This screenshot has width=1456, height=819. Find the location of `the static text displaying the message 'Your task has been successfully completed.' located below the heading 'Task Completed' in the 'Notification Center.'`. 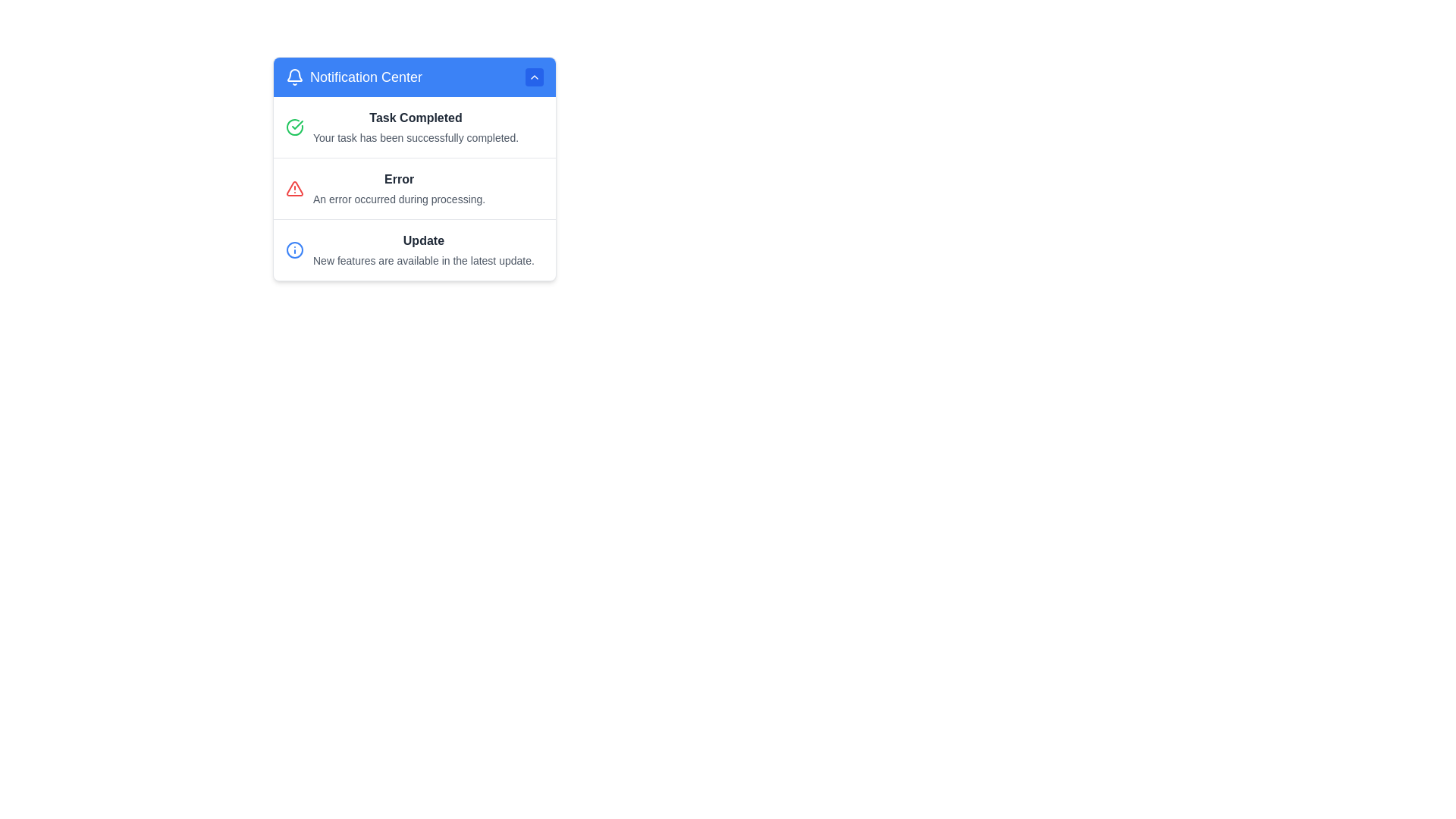

the static text displaying the message 'Your task has been successfully completed.' located below the heading 'Task Completed' in the 'Notification Center.' is located at coordinates (416, 137).